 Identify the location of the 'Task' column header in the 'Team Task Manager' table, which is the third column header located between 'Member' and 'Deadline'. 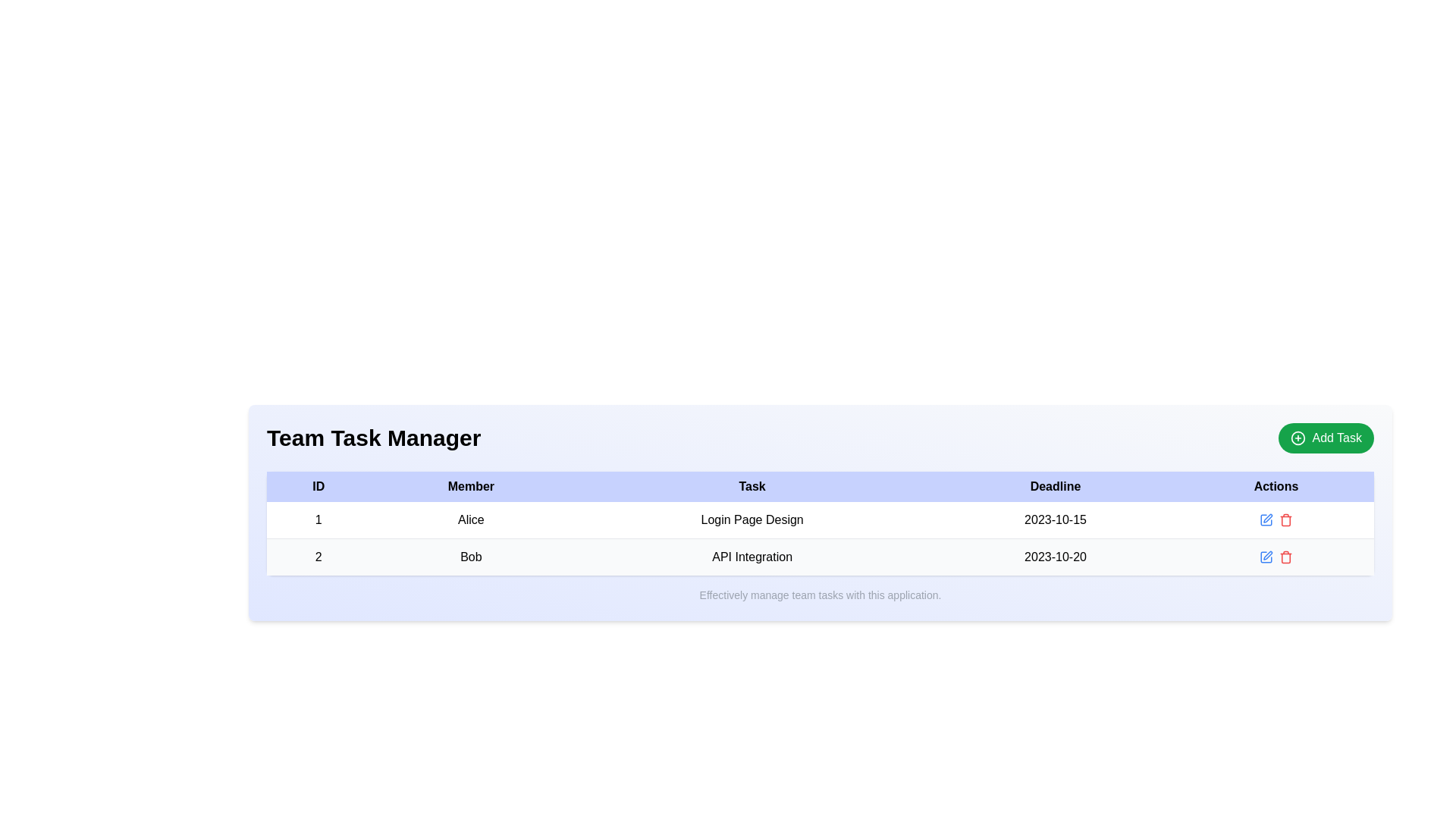
(752, 486).